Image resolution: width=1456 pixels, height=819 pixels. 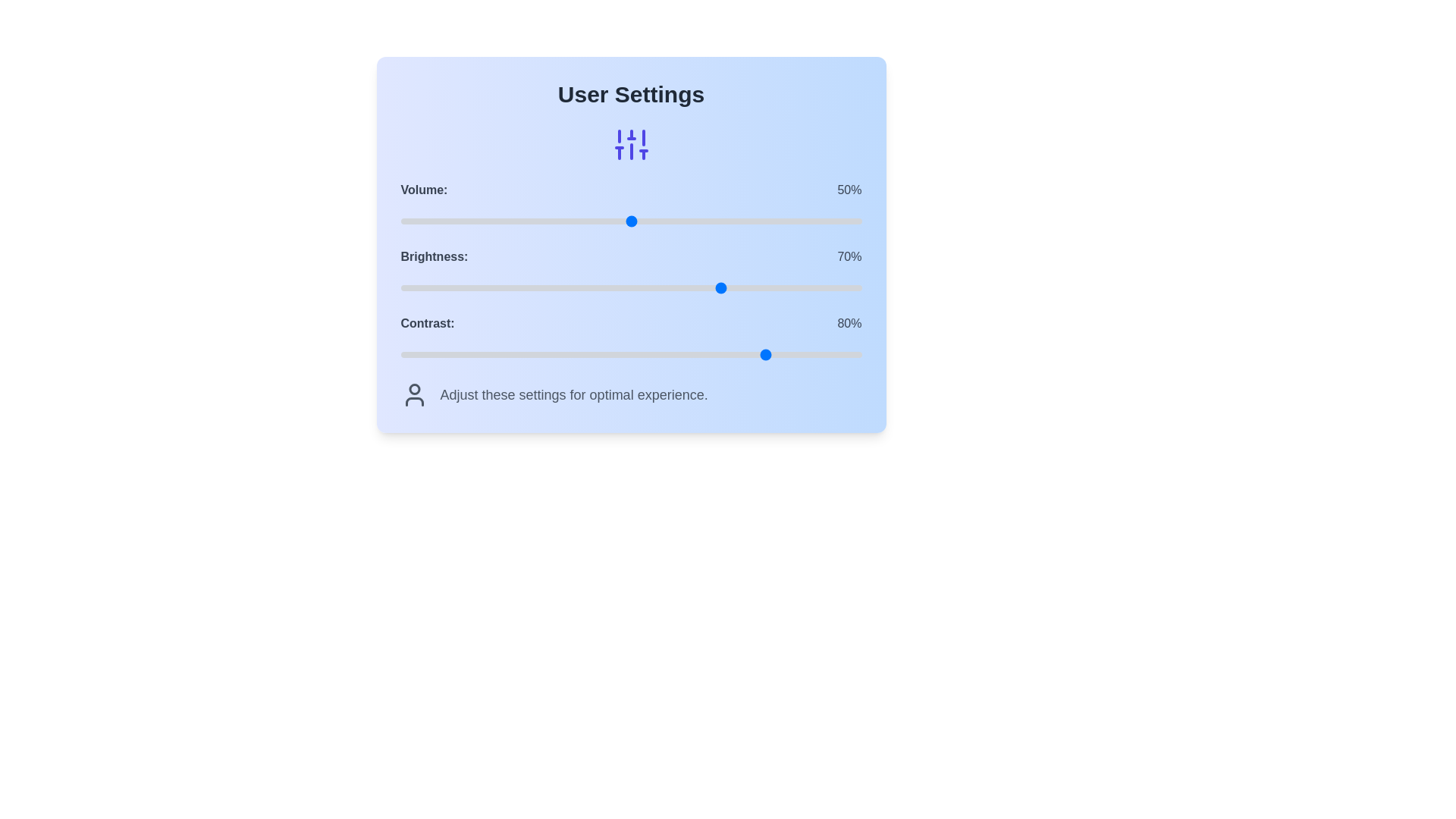 What do you see at coordinates (511, 354) in the screenshot?
I see `contrast` at bounding box center [511, 354].